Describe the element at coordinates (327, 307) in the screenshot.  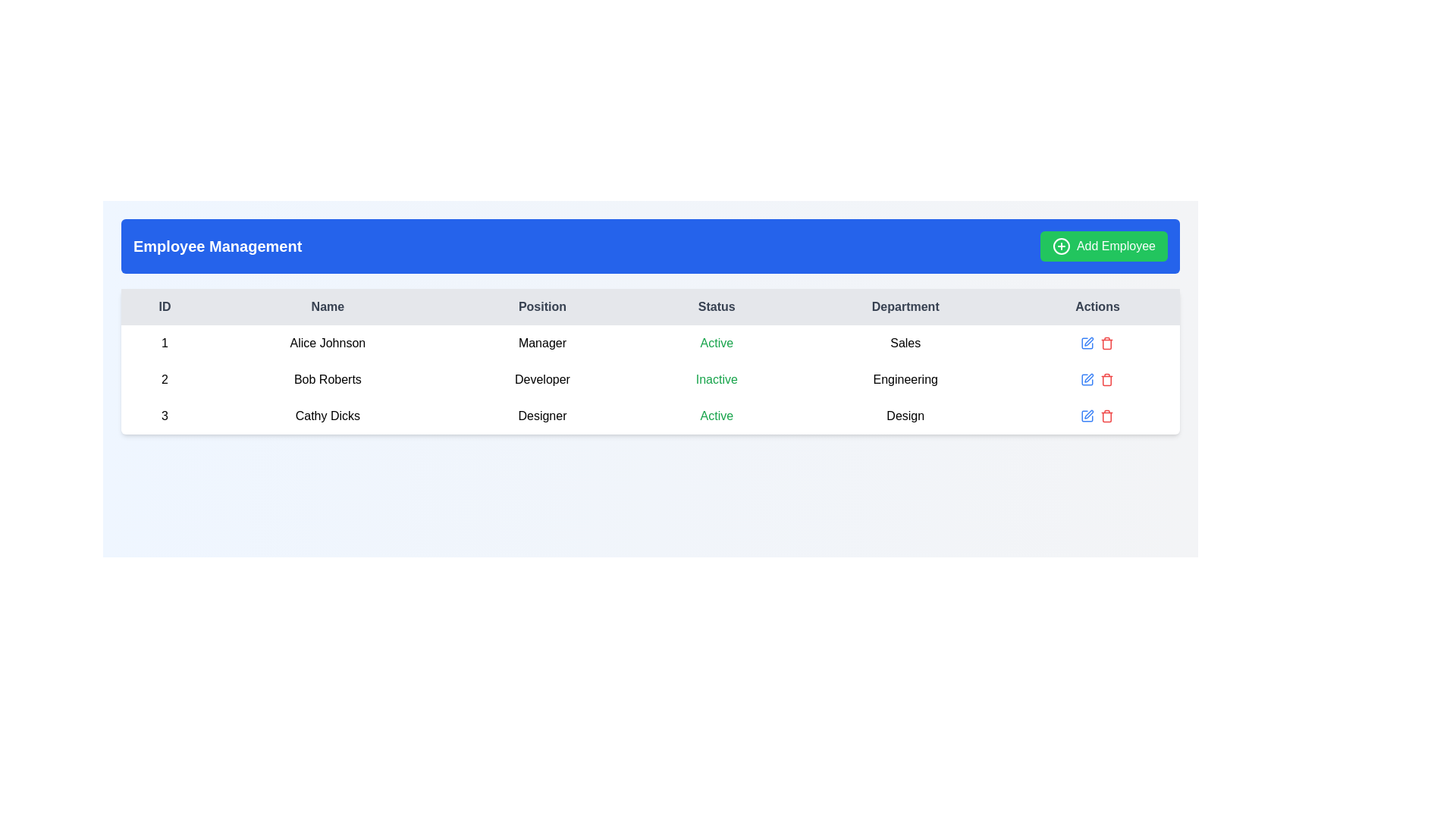
I see `the 'Name' static text label located in the header row of the table, which is the second column header following the 'ID' column and preceding the 'Position' column` at that location.